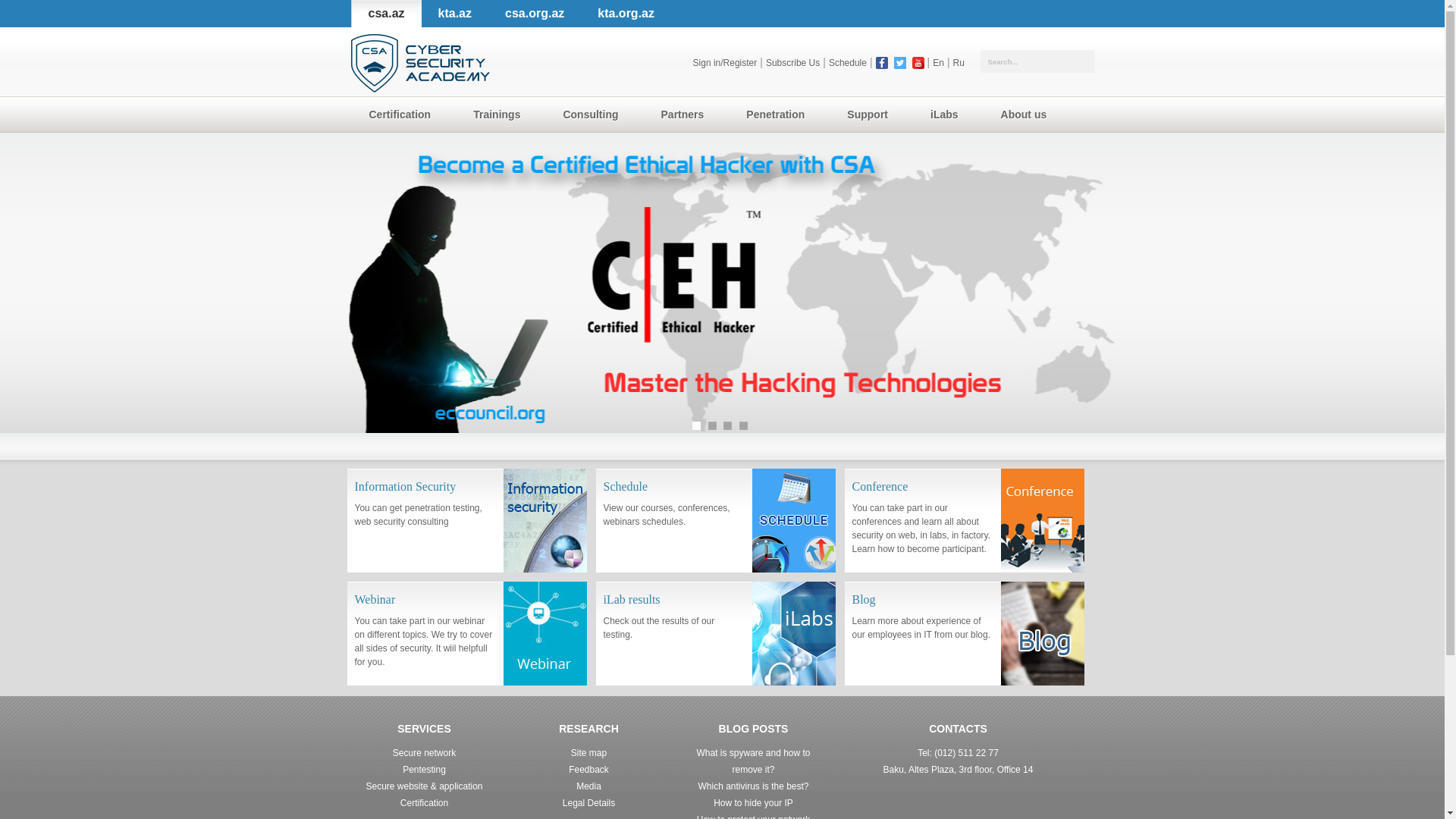 The height and width of the screenshot is (819, 1456). Describe the element at coordinates (588, 769) in the screenshot. I see `'Feedback'` at that location.